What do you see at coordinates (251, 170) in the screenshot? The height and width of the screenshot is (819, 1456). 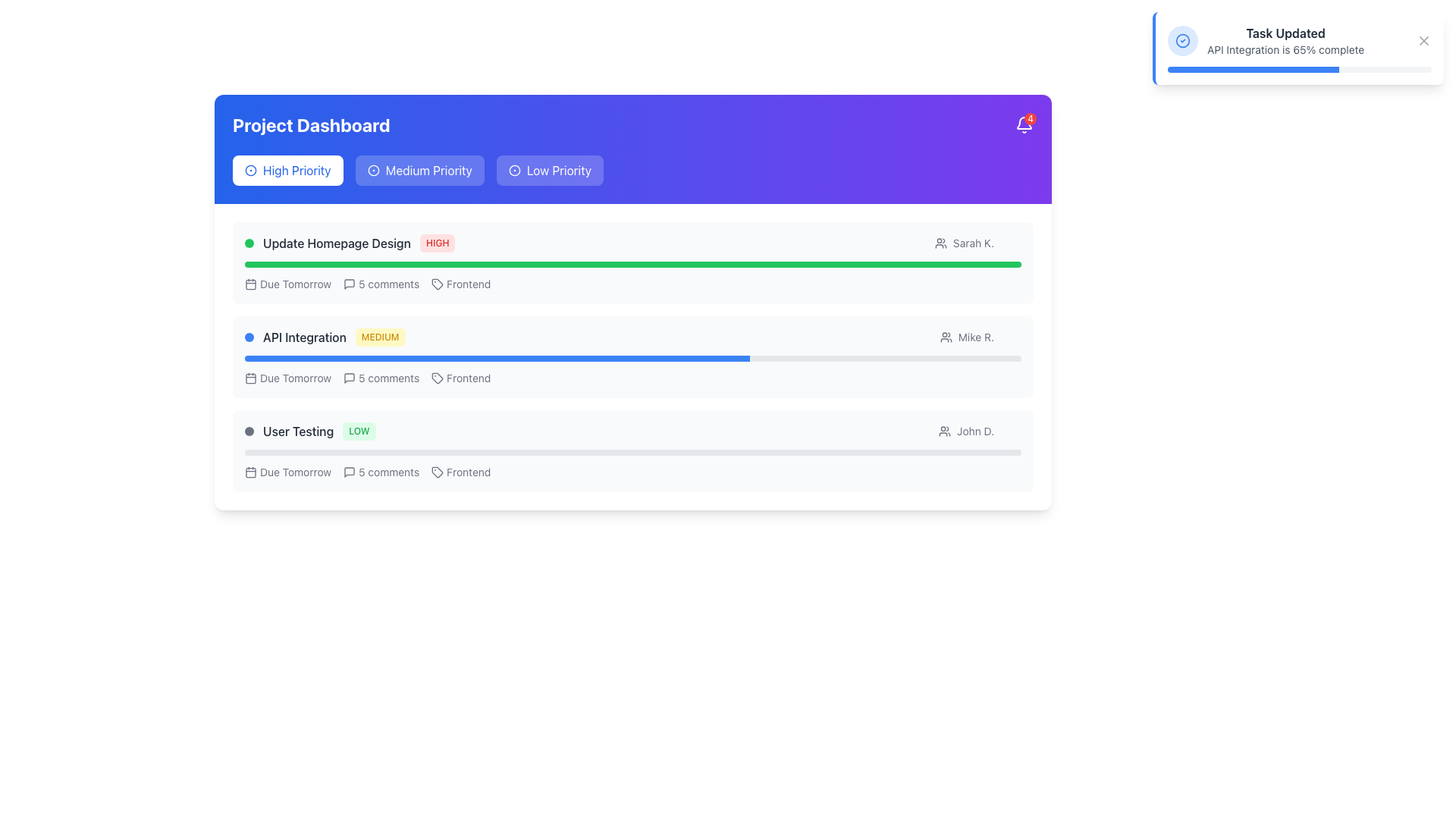 I see `the circular decorative icon enhancing the 'High Priority' label within the 'Priority' section of the interface` at bounding box center [251, 170].